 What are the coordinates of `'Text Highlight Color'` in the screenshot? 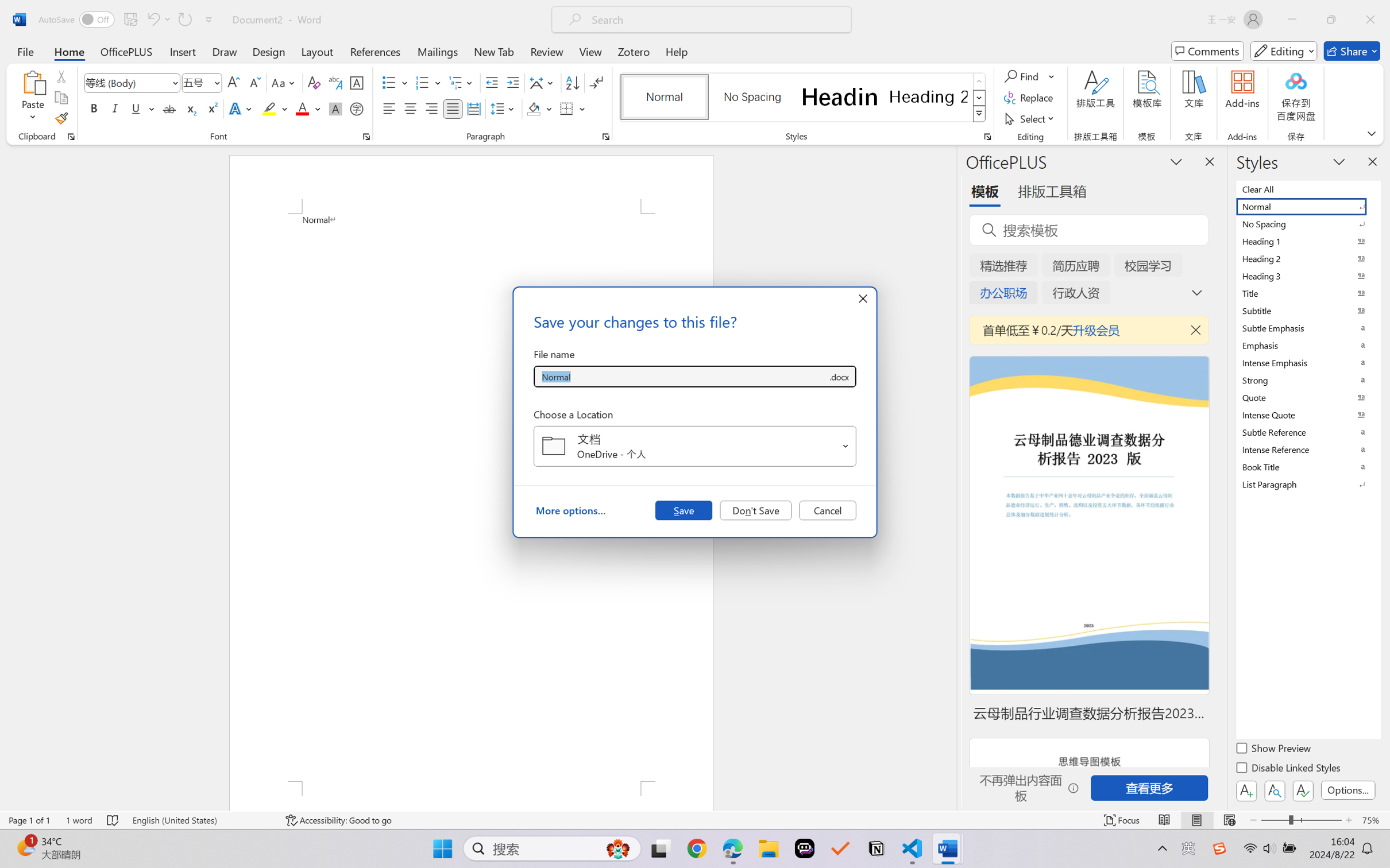 It's located at (274, 108).